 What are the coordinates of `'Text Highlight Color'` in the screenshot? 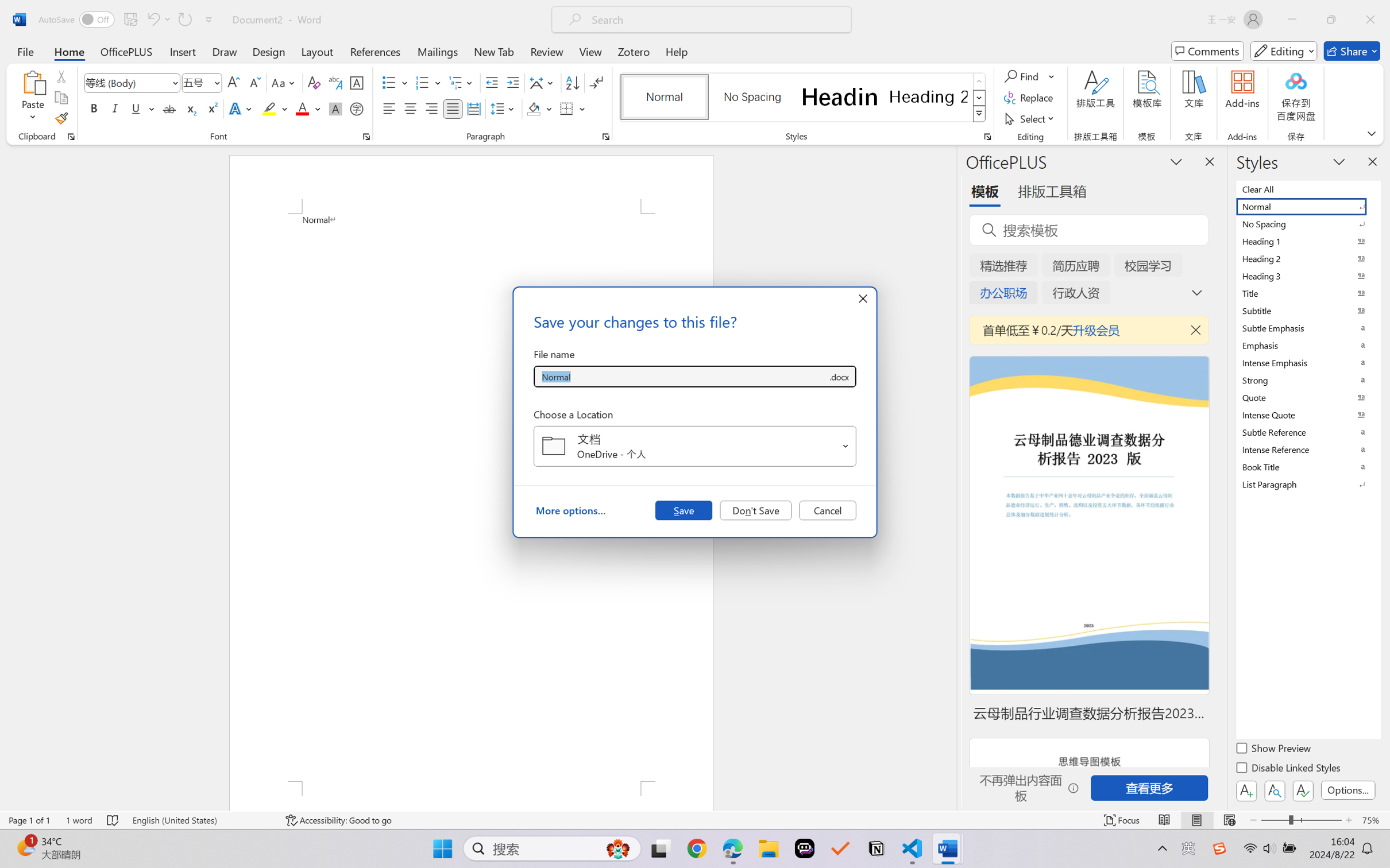 It's located at (274, 108).